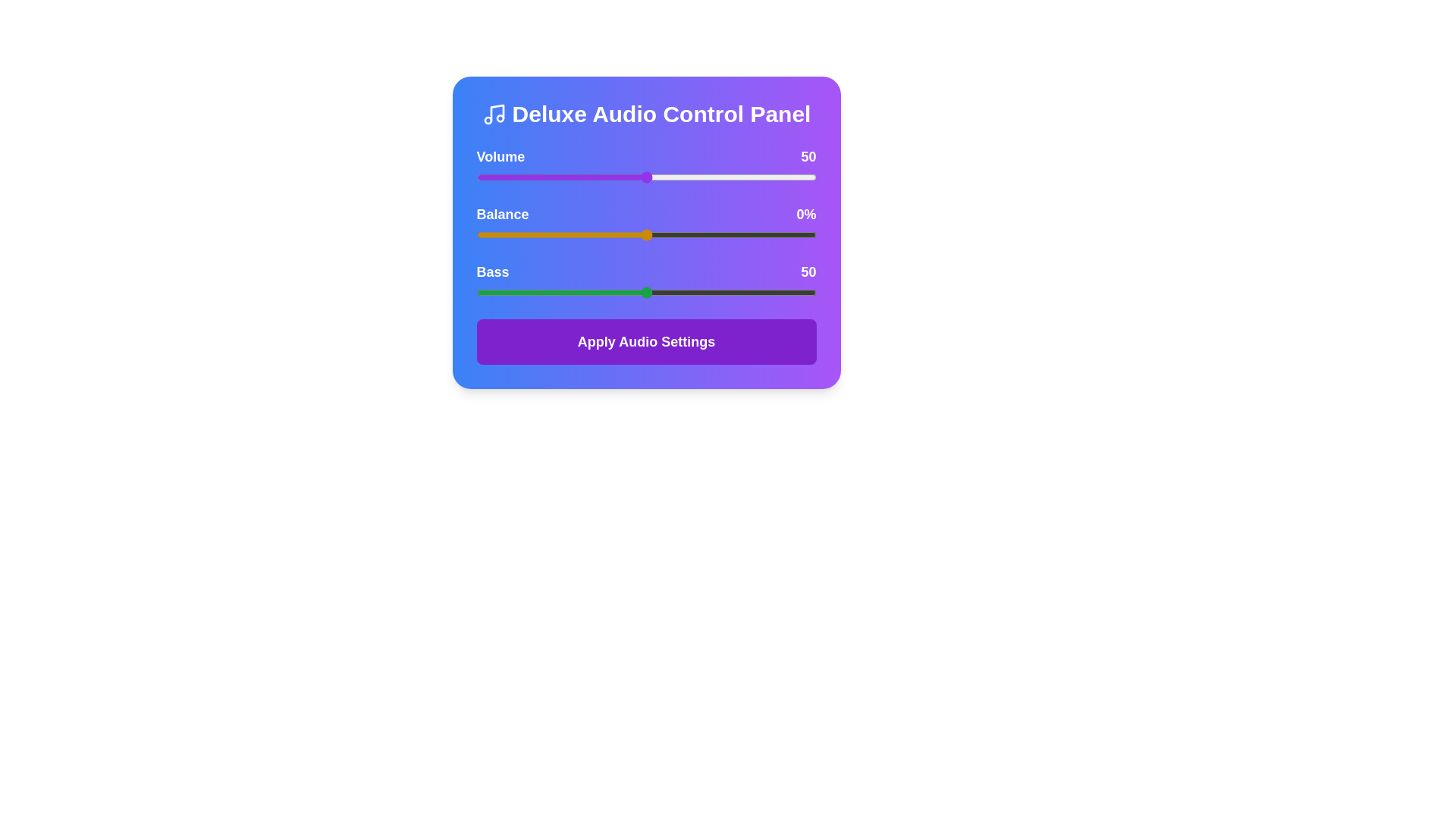  I want to click on balance, so click(547, 234).